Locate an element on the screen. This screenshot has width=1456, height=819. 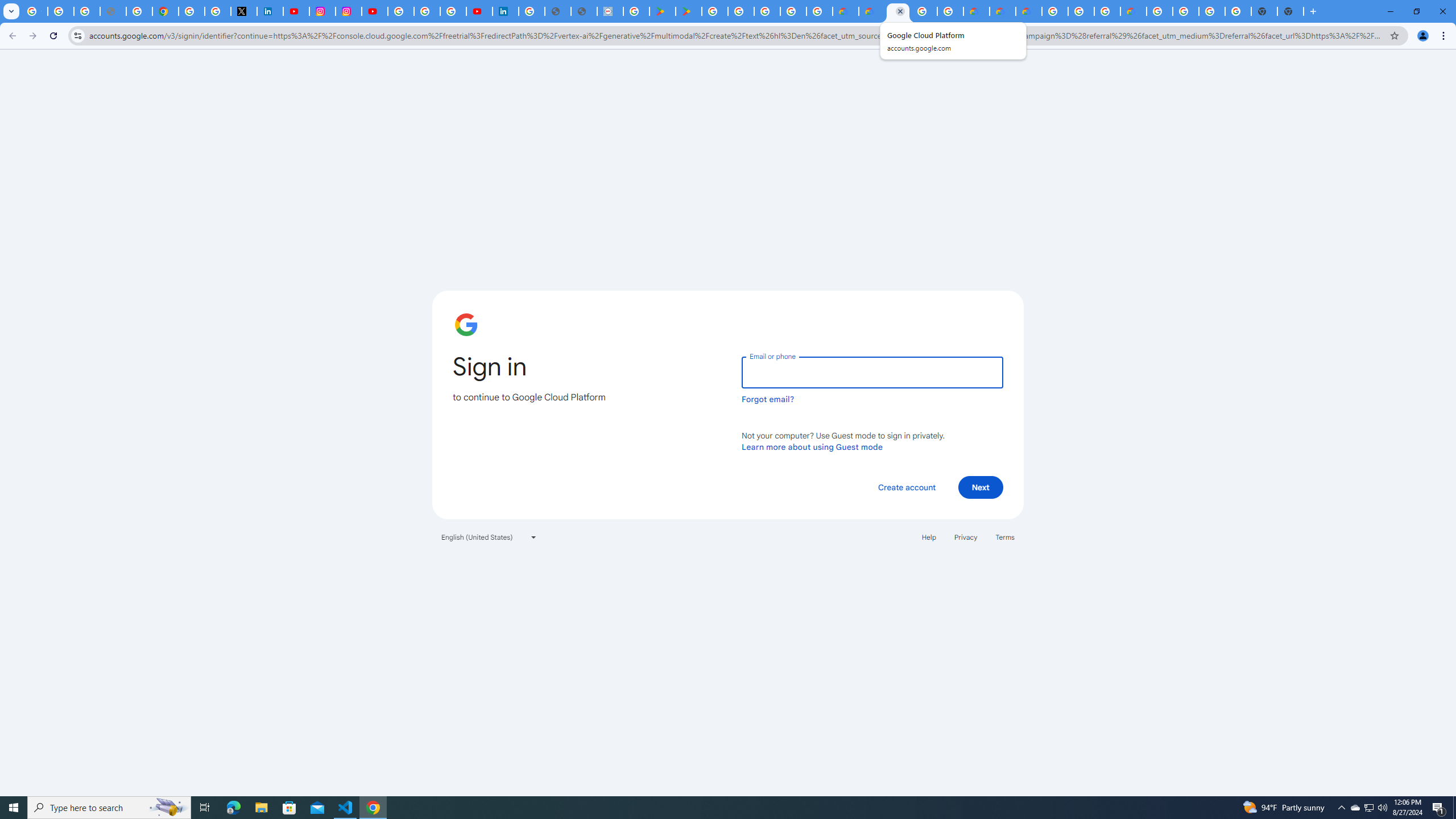
'Customer Care | Google Cloud' is located at coordinates (976, 11).